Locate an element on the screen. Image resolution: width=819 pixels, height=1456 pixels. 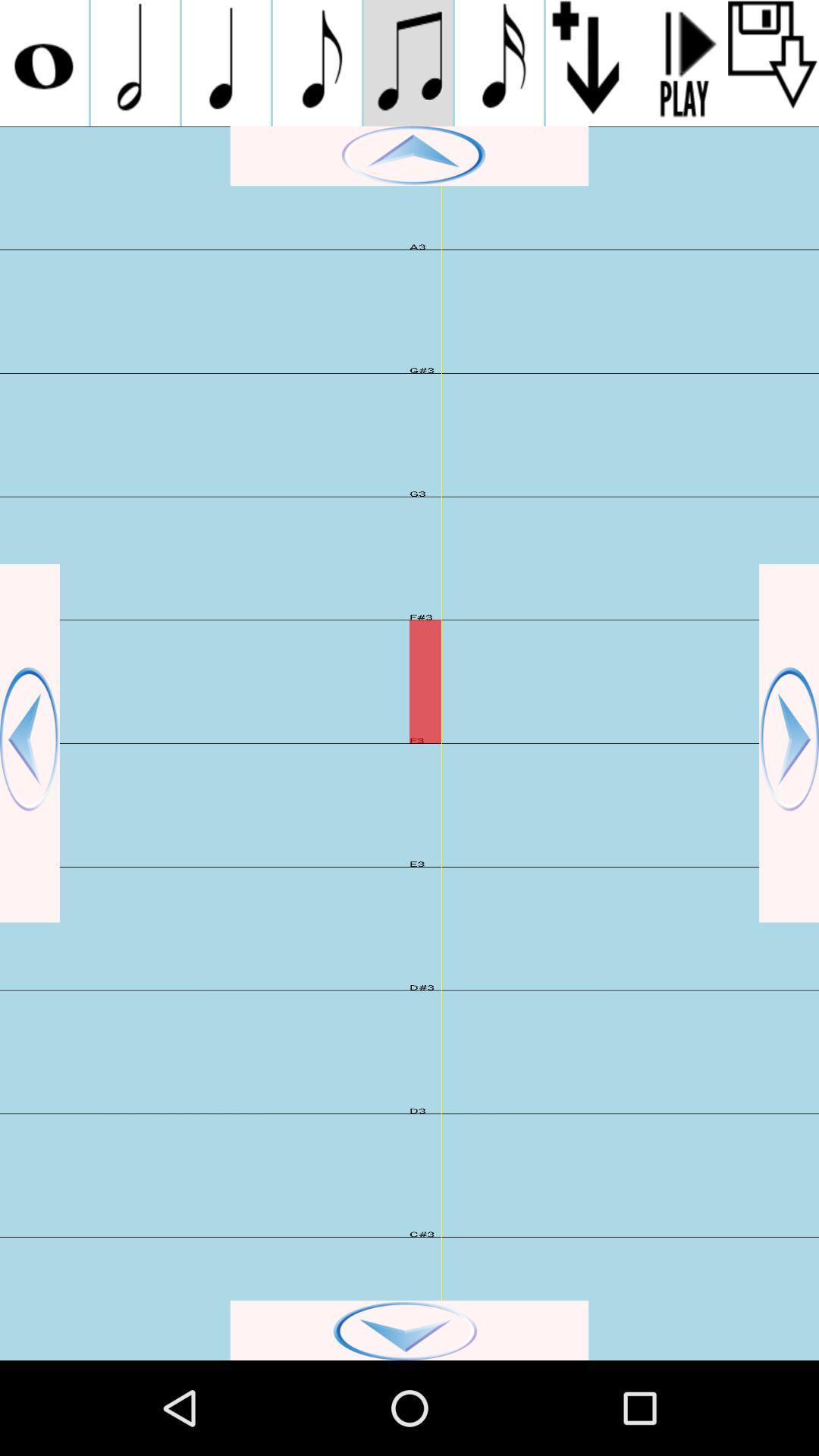
switch music logo is located at coordinates (316, 62).